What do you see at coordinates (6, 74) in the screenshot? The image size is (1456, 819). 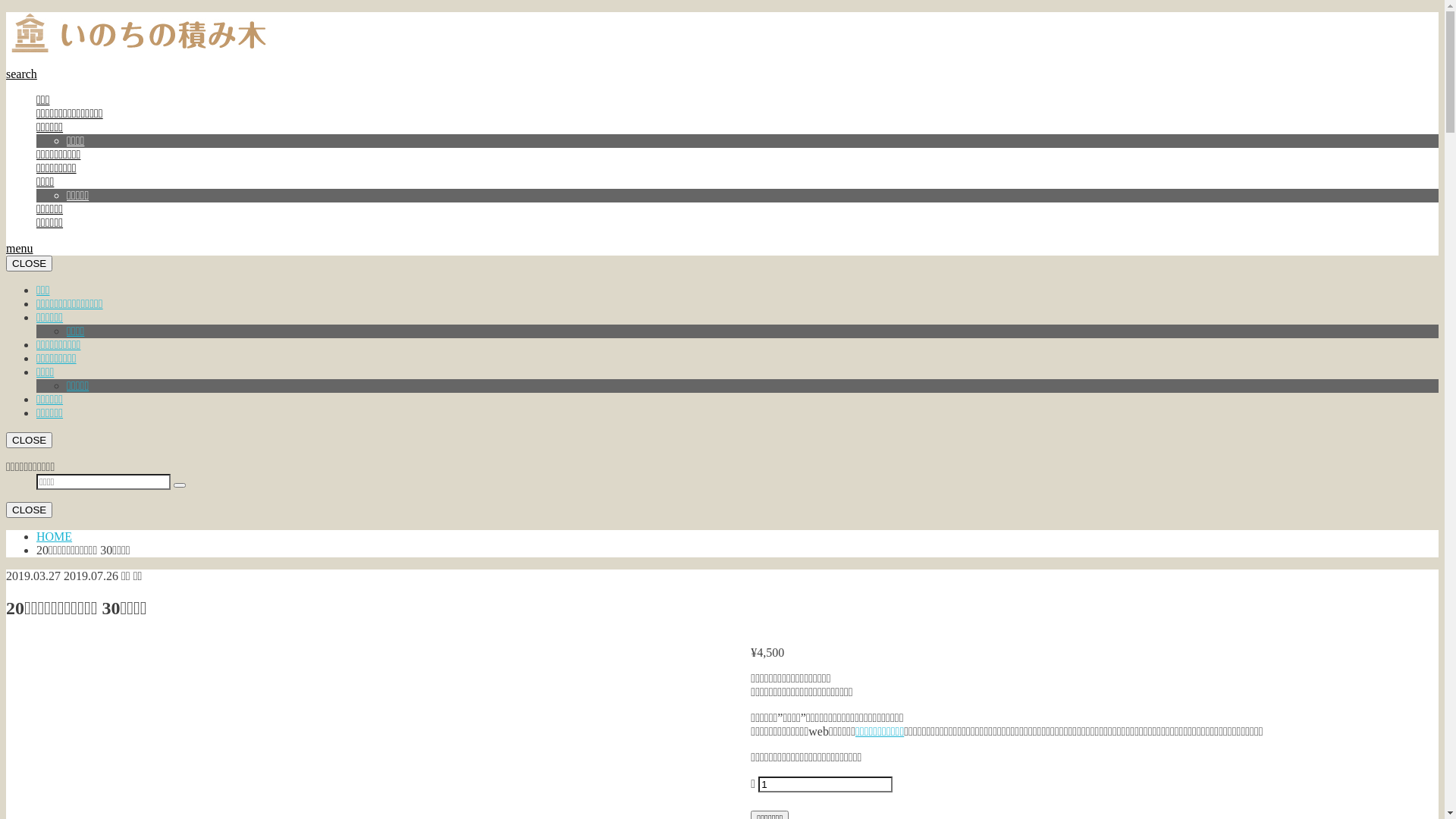 I see `'search'` at bounding box center [6, 74].